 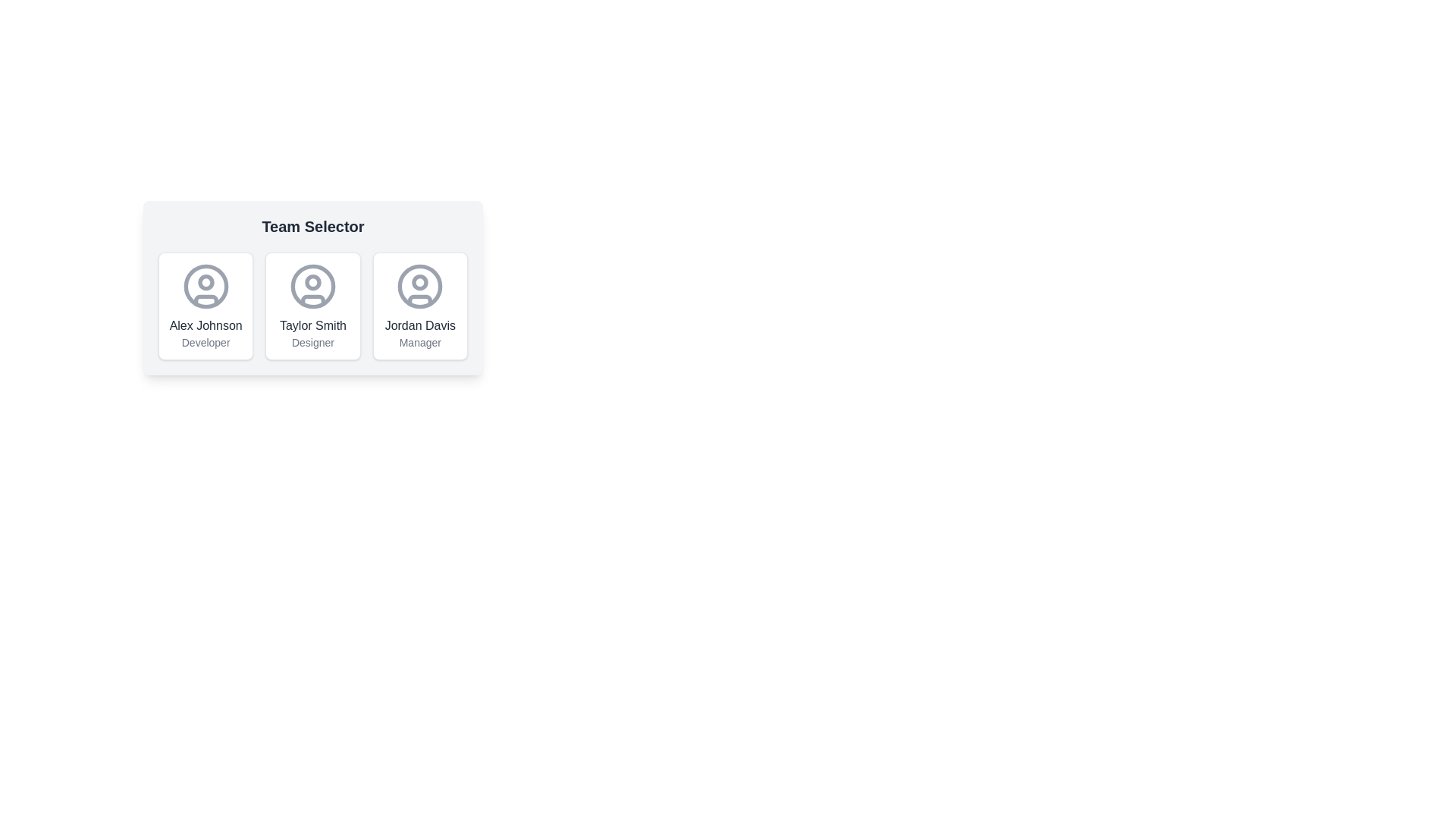 What do you see at coordinates (205, 287) in the screenshot?
I see `the decorative circle that serves as the outermost ring of the profile icon for 'Alex Johnson, Developer' in the first user card of the 'Team Selector' area` at bounding box center [205, 287].